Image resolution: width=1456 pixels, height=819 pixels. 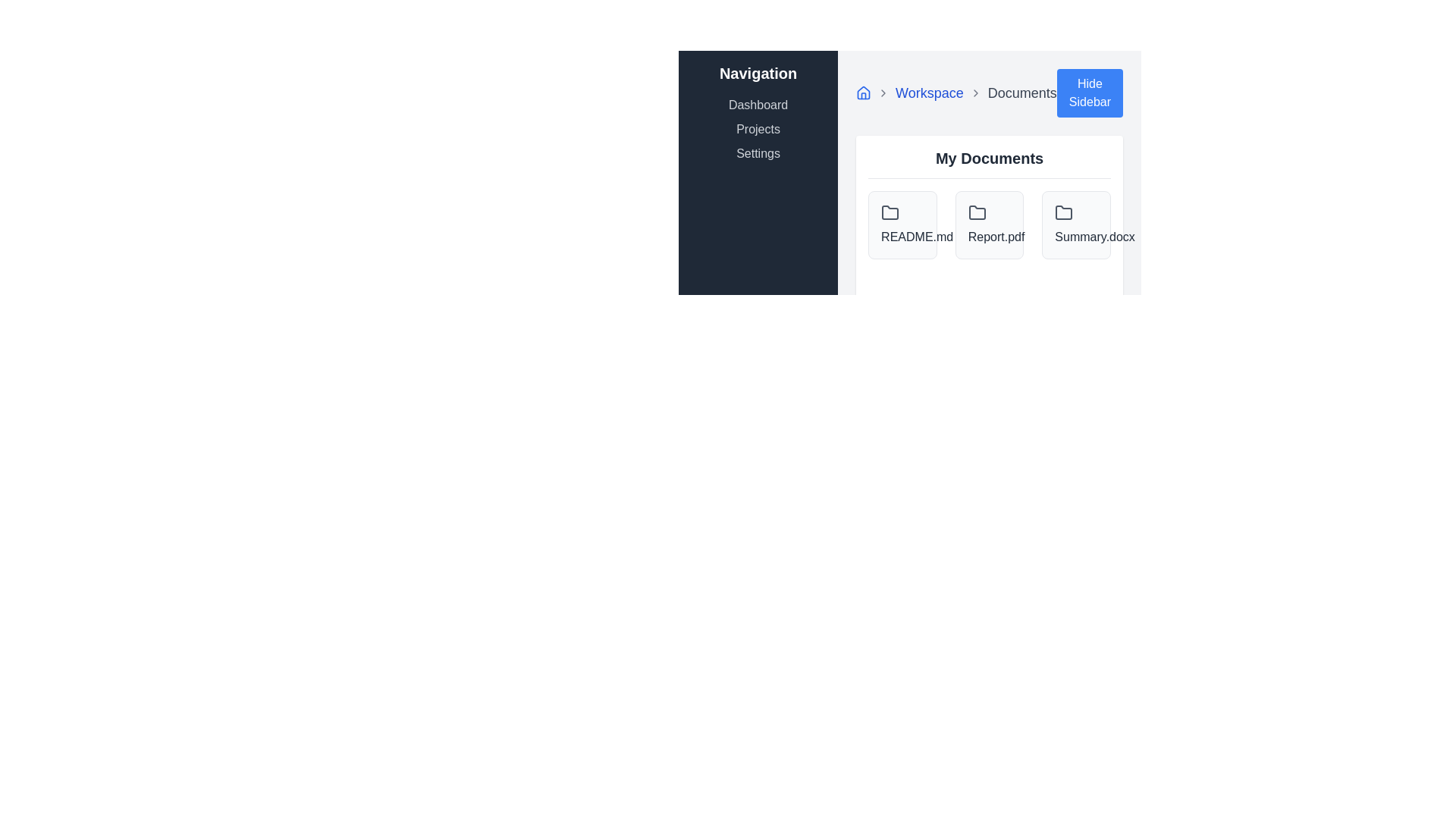 What do you see at coordinates (990, 225) in the screenshot?
I see `the folder icon labeled 'Report.pdf' in the middle of the grid layout` at bounding box center [990, 225].